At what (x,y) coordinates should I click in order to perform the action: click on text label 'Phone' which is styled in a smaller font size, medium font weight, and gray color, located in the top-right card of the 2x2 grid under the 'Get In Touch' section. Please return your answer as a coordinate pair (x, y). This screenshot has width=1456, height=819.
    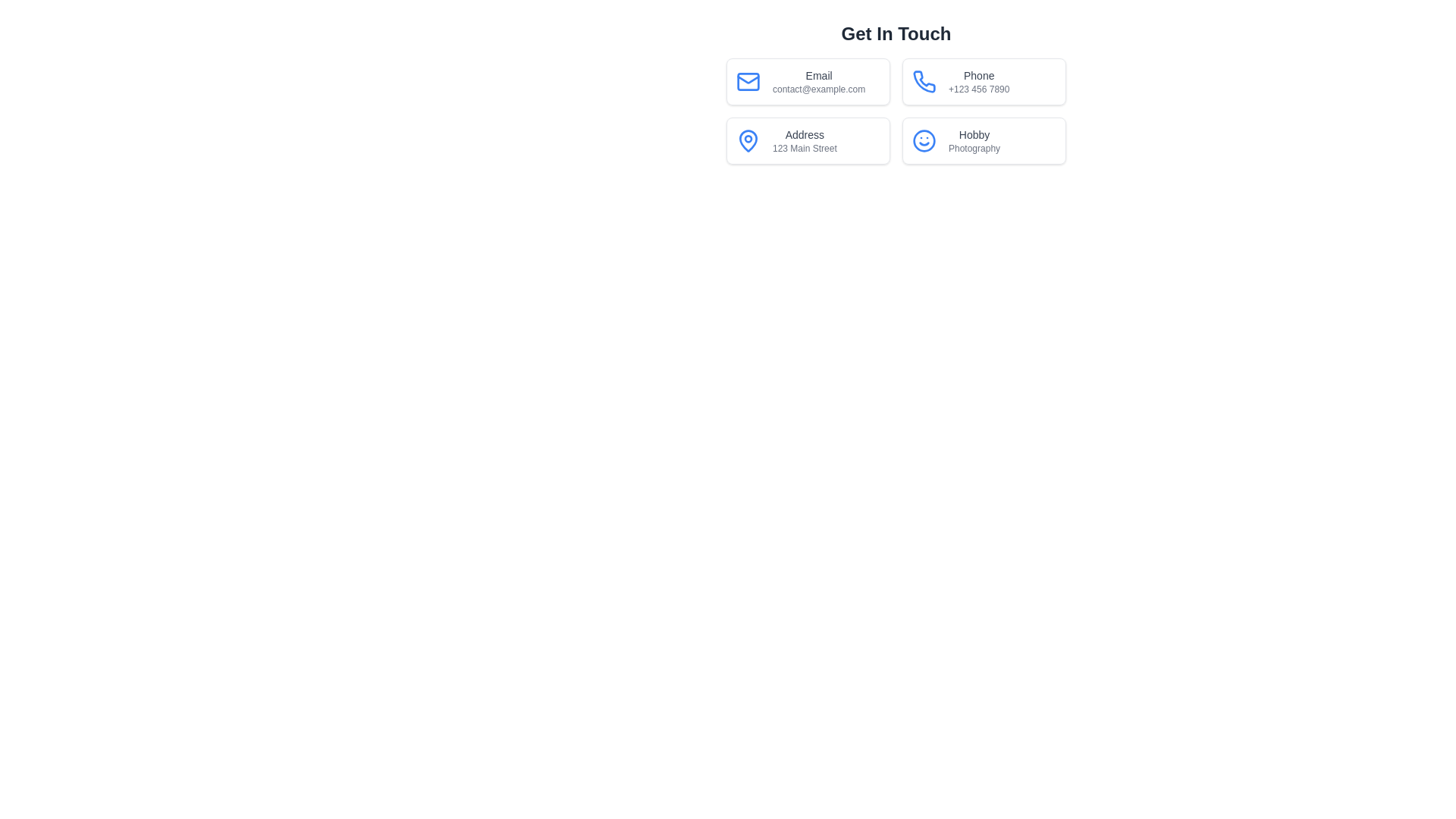
    Looking at the image, I should click on (979, 76).